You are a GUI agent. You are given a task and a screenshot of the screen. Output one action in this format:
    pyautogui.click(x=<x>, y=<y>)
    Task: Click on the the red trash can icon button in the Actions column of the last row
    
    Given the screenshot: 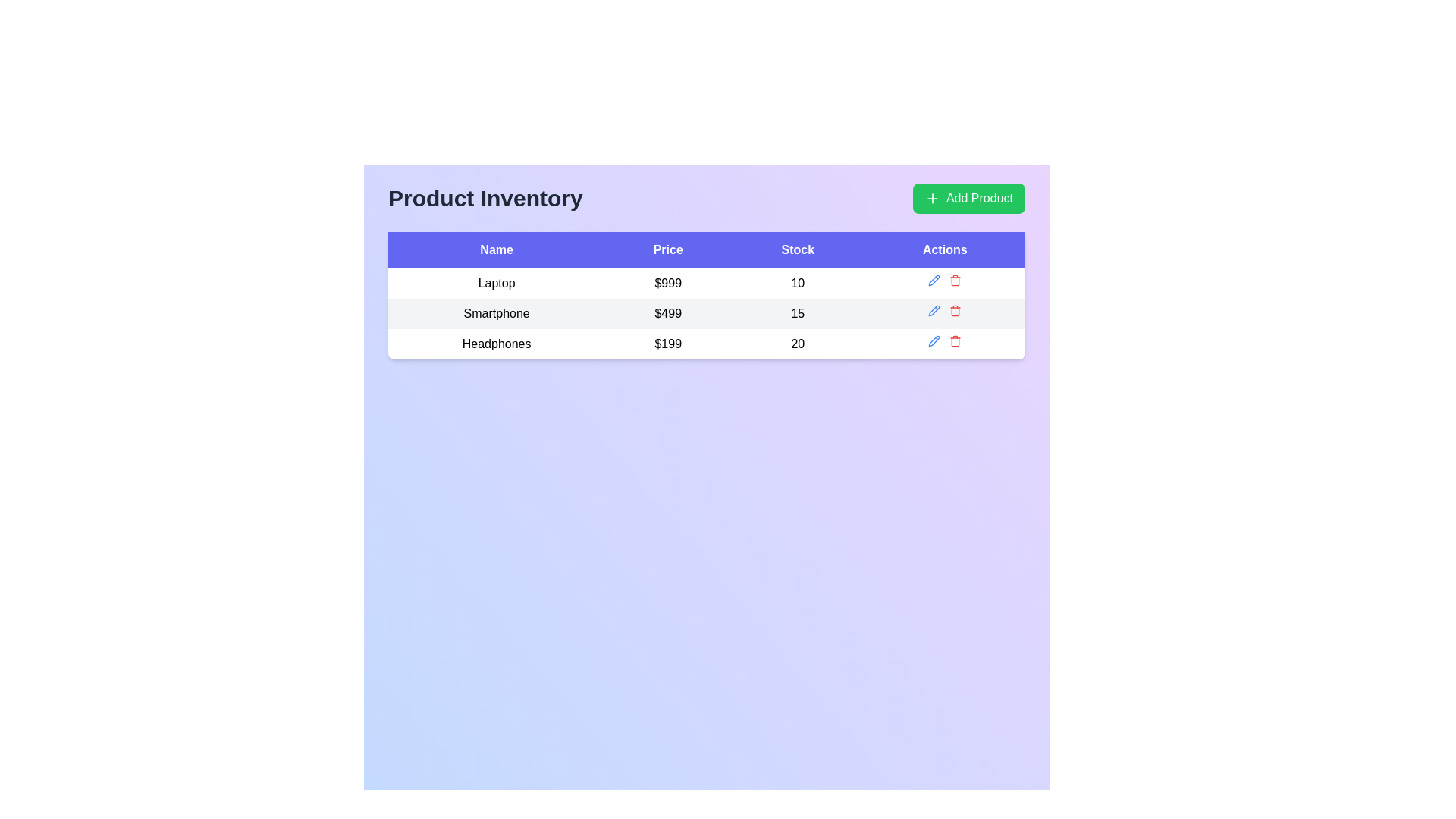 What is the action you would take?
    pyautogui.click(x=955, y=341)
    